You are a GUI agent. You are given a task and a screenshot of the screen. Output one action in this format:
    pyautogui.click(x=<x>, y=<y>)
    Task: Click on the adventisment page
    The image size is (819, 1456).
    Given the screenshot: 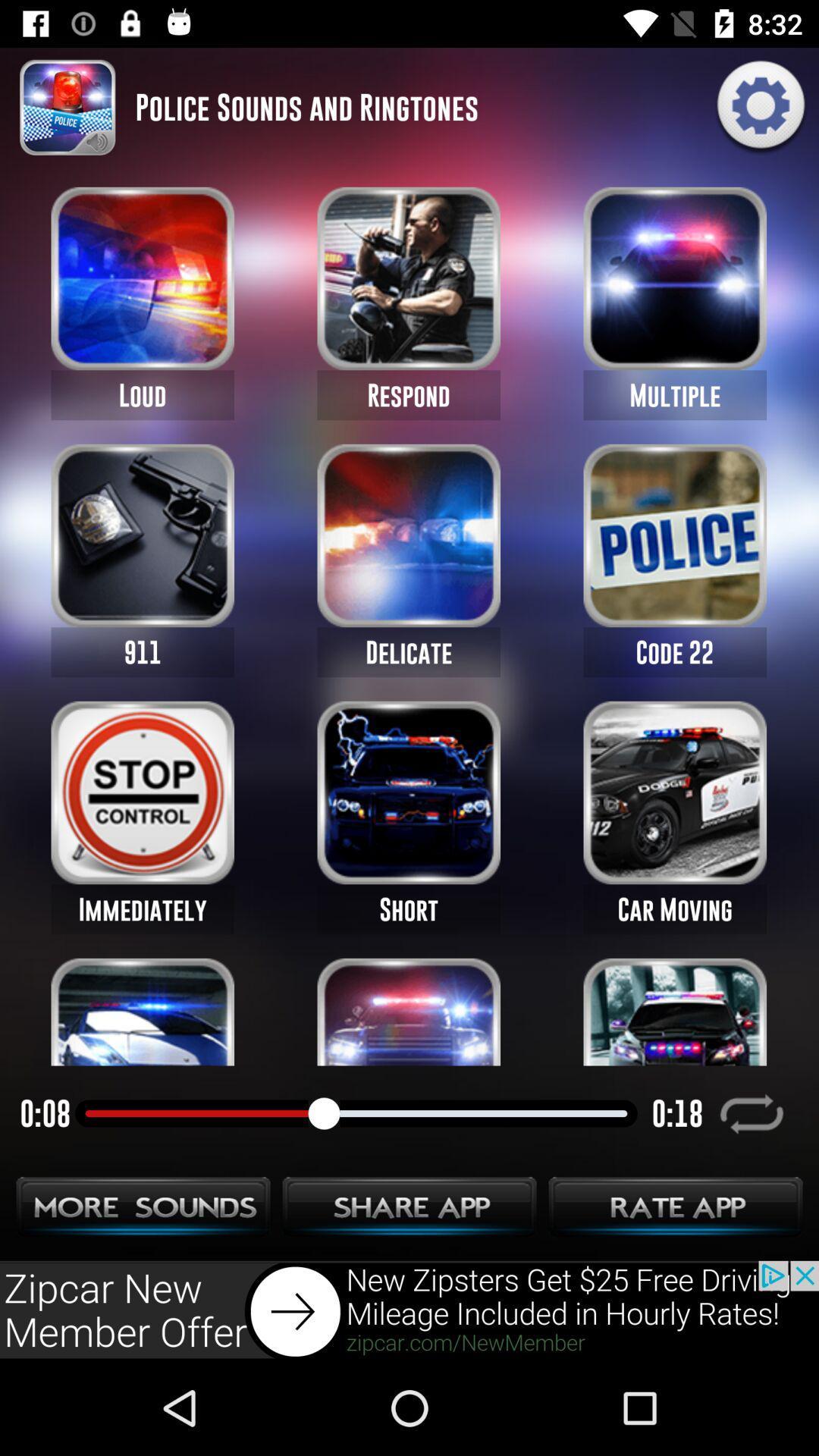 What is the action you would take?
    pyautogui.click(x=409, y=1310)
    